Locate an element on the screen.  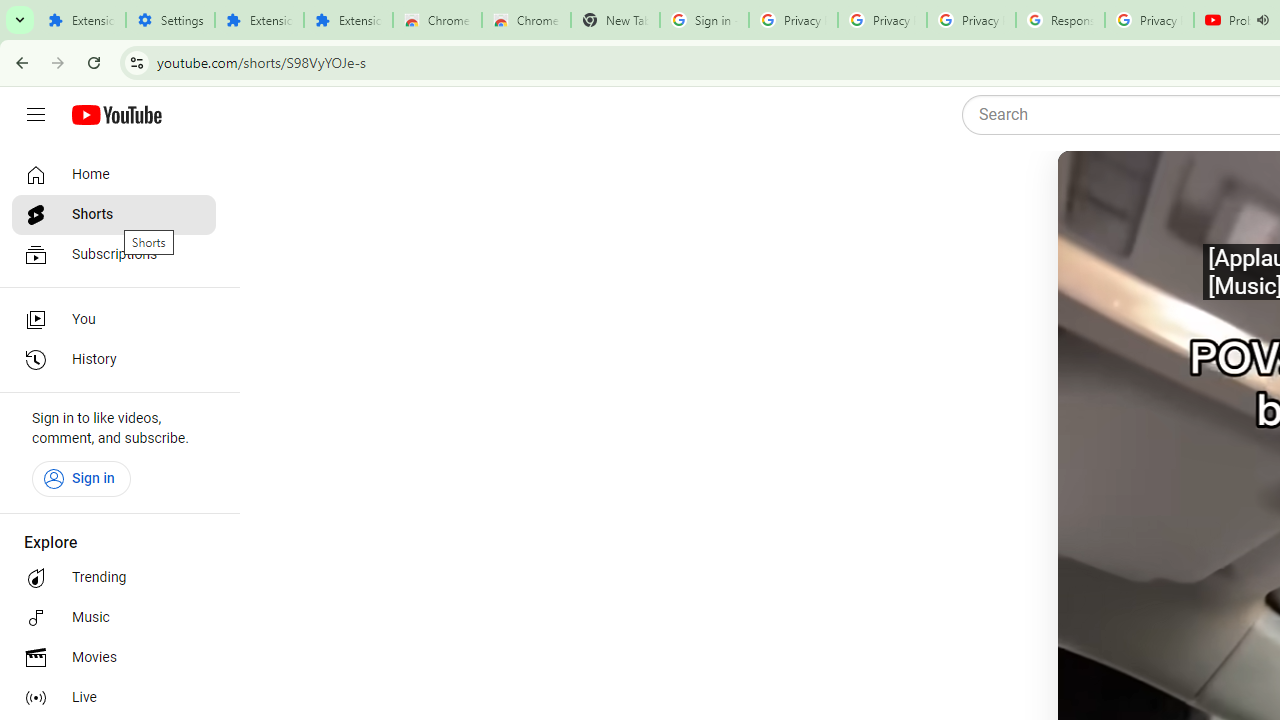
'Settings' is located at coordinates (170, 20).